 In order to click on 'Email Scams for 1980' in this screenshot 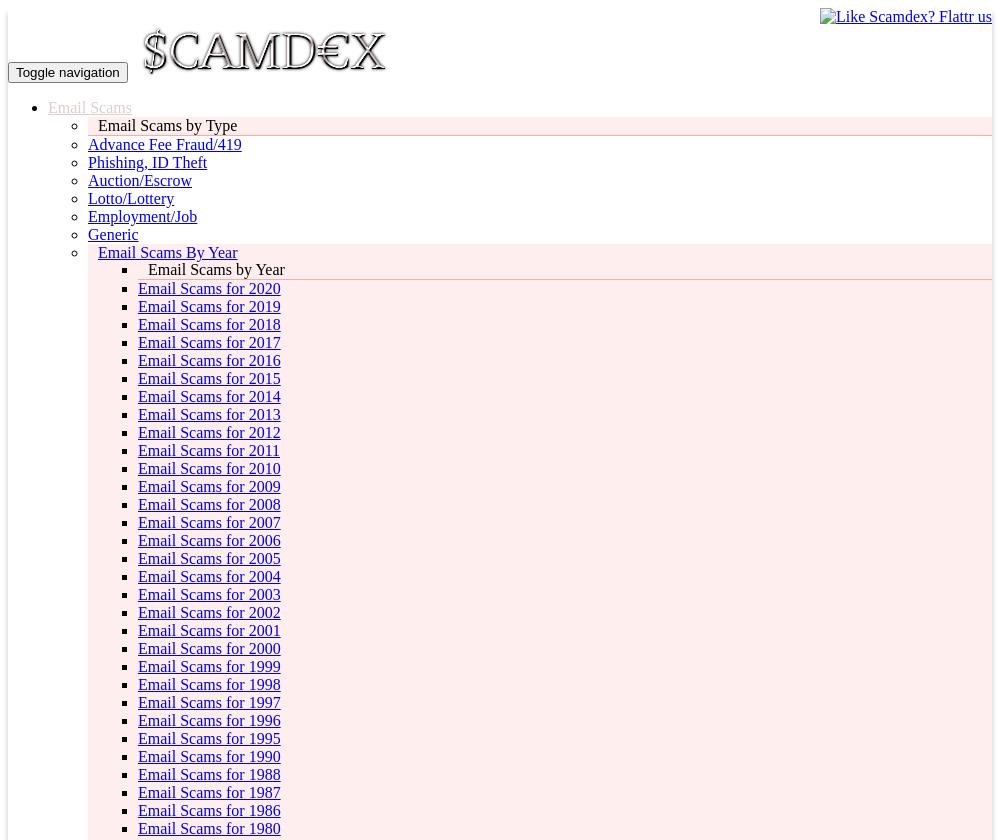, I will do `click(208, 828)`.